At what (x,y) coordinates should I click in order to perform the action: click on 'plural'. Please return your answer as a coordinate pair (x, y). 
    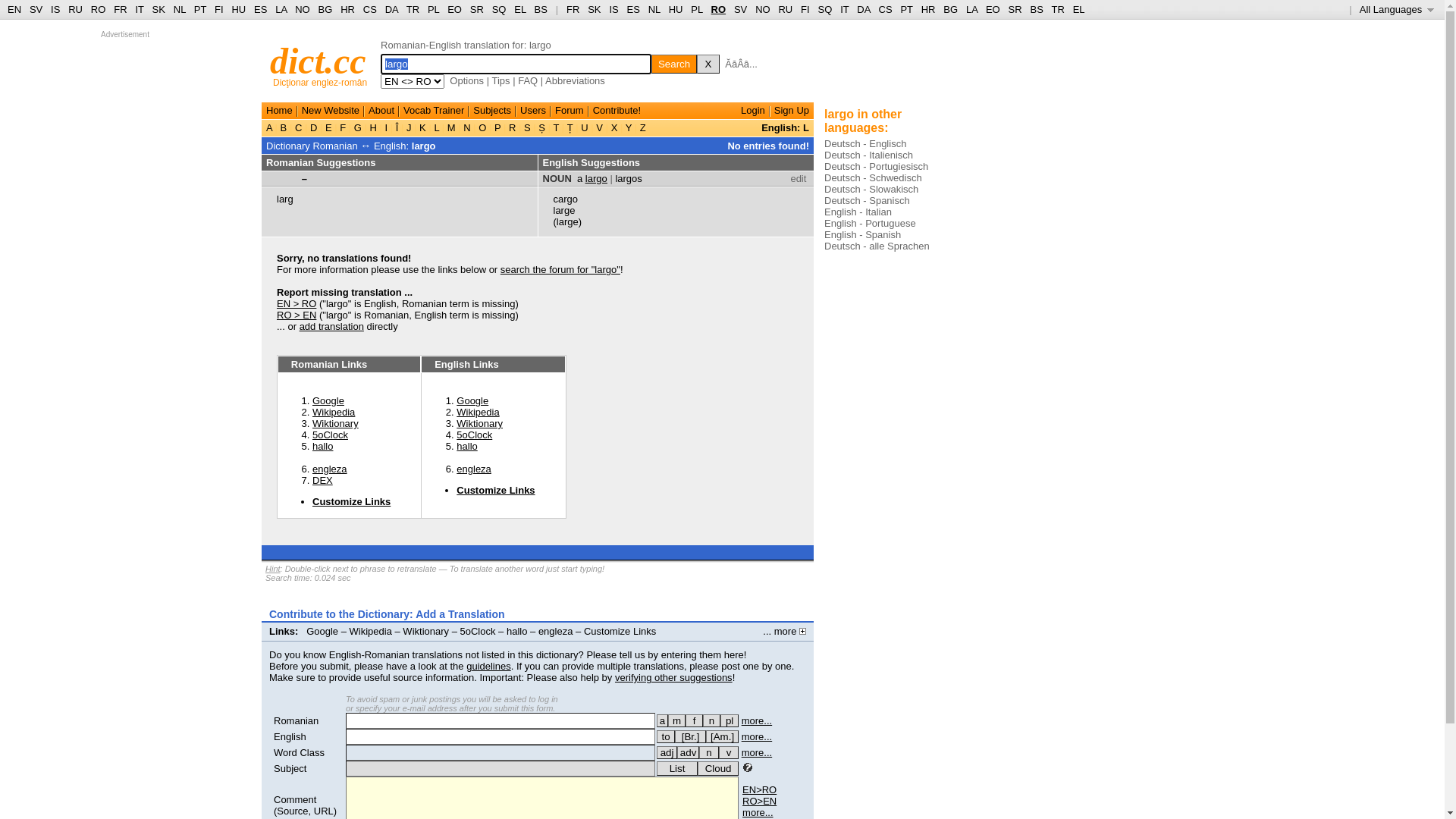
    Looking at the image, I should click on (729, 720).